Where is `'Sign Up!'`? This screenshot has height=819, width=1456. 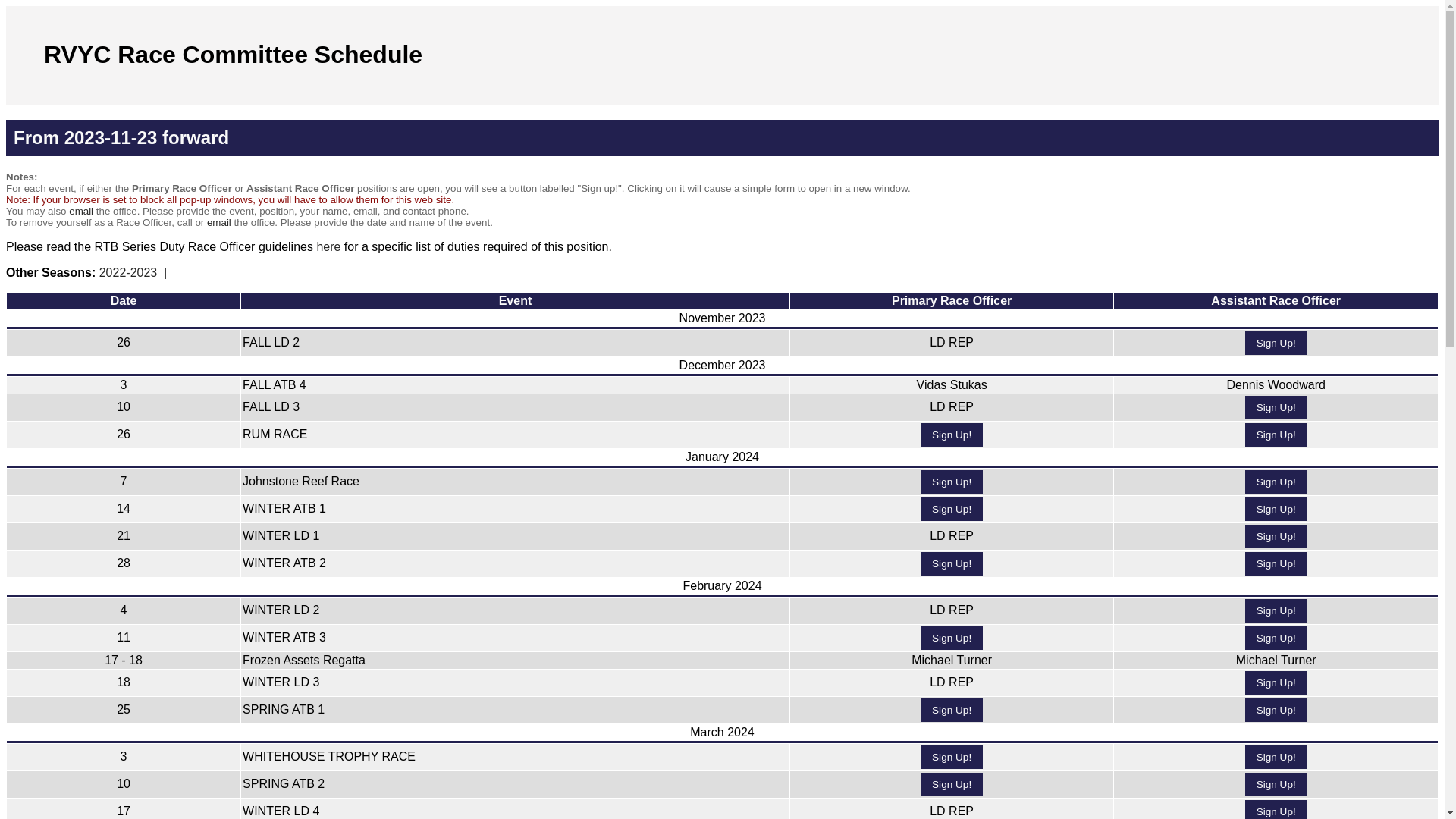
'Sign Up!' is located at coordinates (1276, 435).